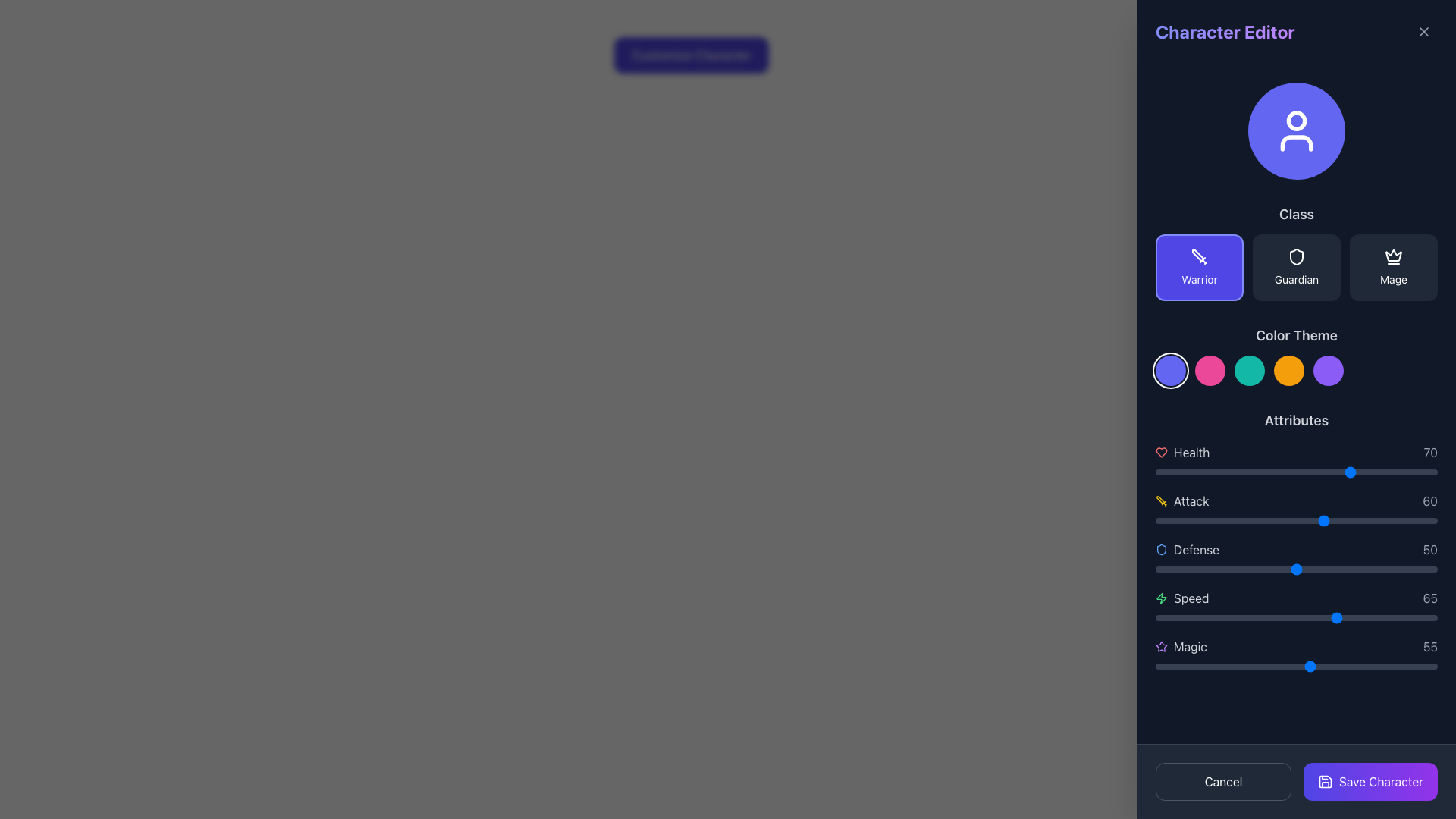 Image resolution: width=1456 pixels, height=819 pixels. I want to click on the magic attribute, so click(1260, 666).